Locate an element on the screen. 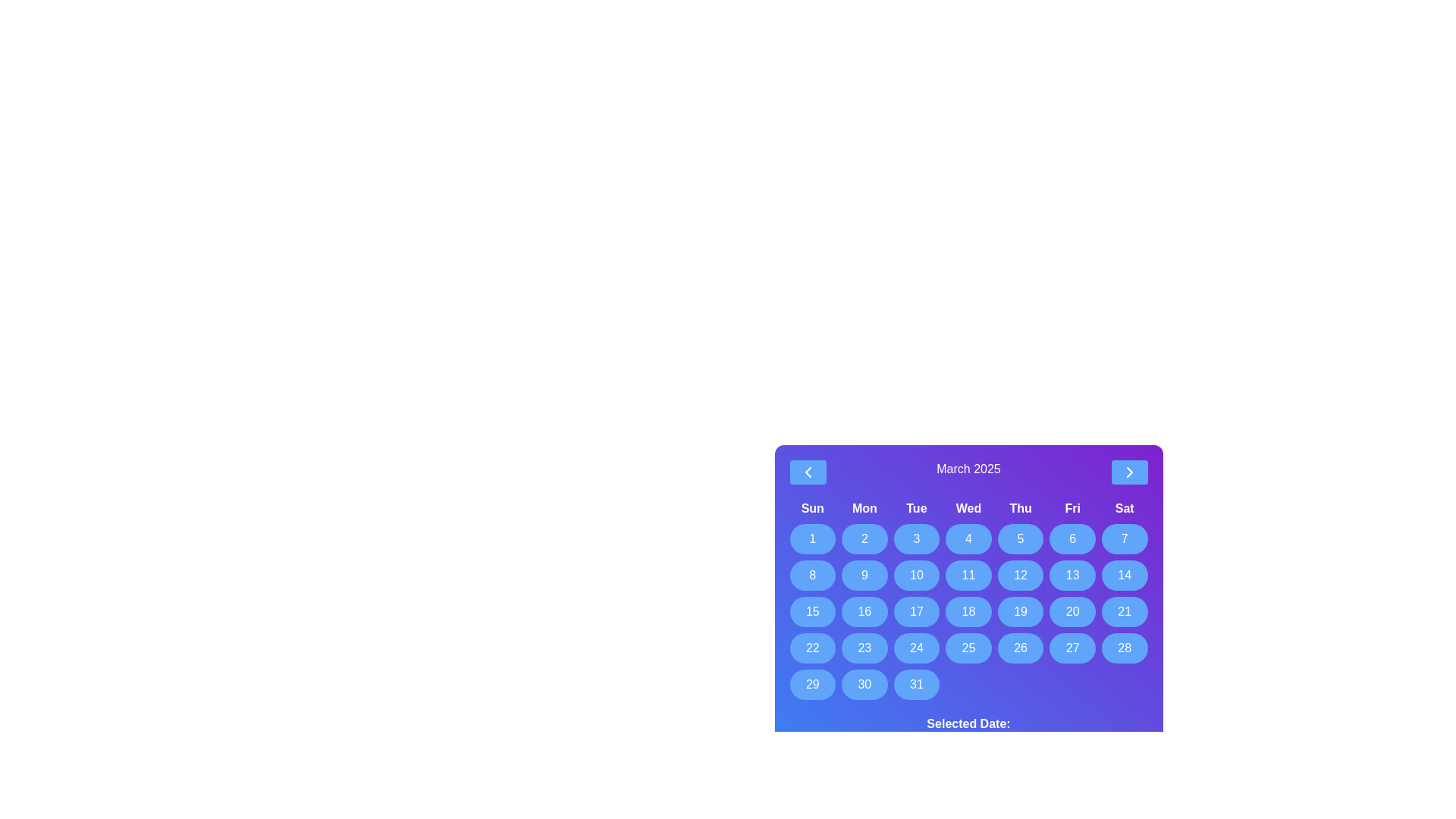 This screenshot has height=819, width=1456. the circular blue button displaying the number '8' in white, located in the second row and first column of the calendar grid, directly below the 'Sun' header label is located at coordinates (811, 576).